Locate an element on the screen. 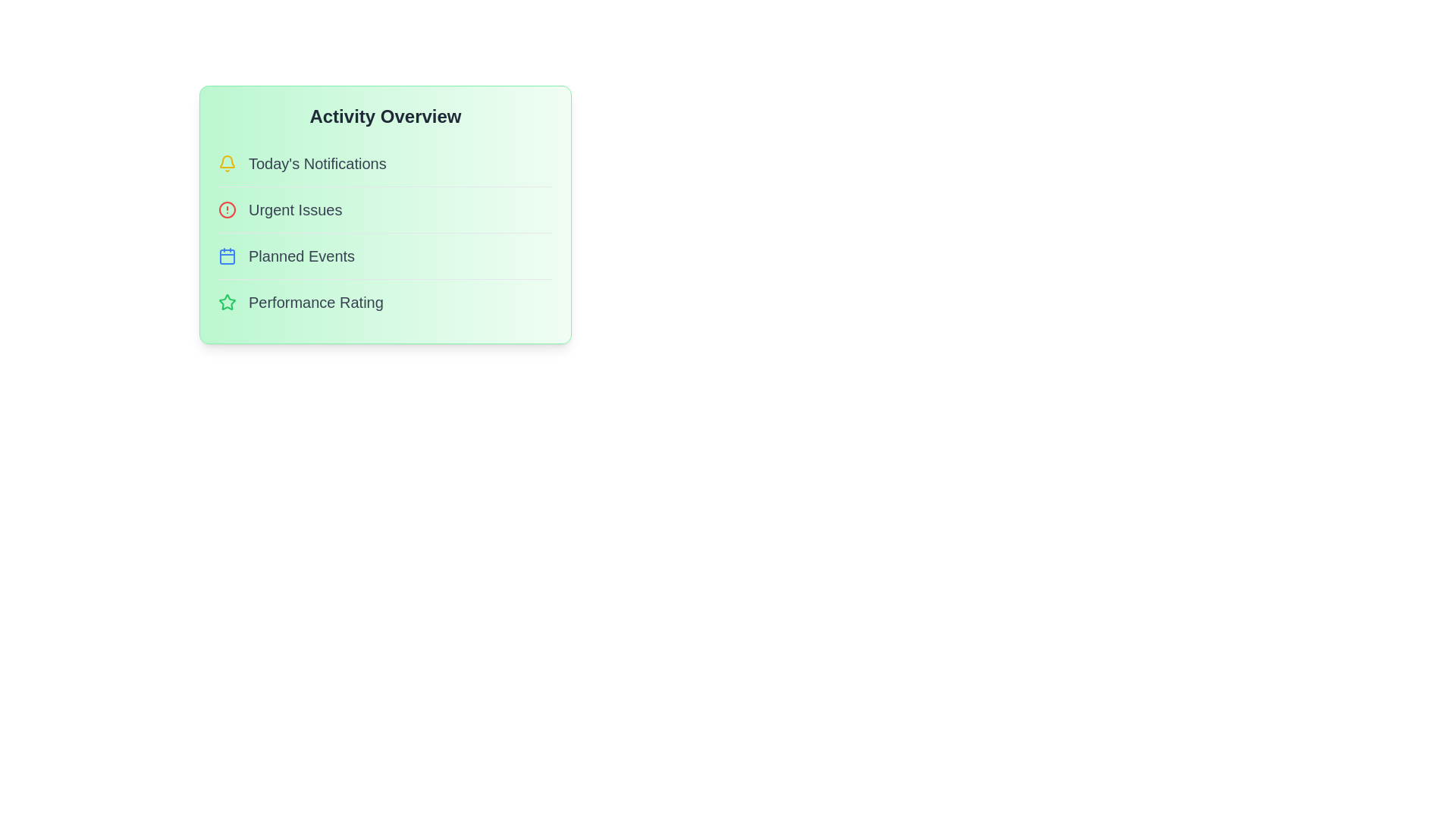 This screenshot has width=1456, height=819. the 'Planned Events' list item within the 'Activity Overview' panel to interact is located at coordinates (385, 255).